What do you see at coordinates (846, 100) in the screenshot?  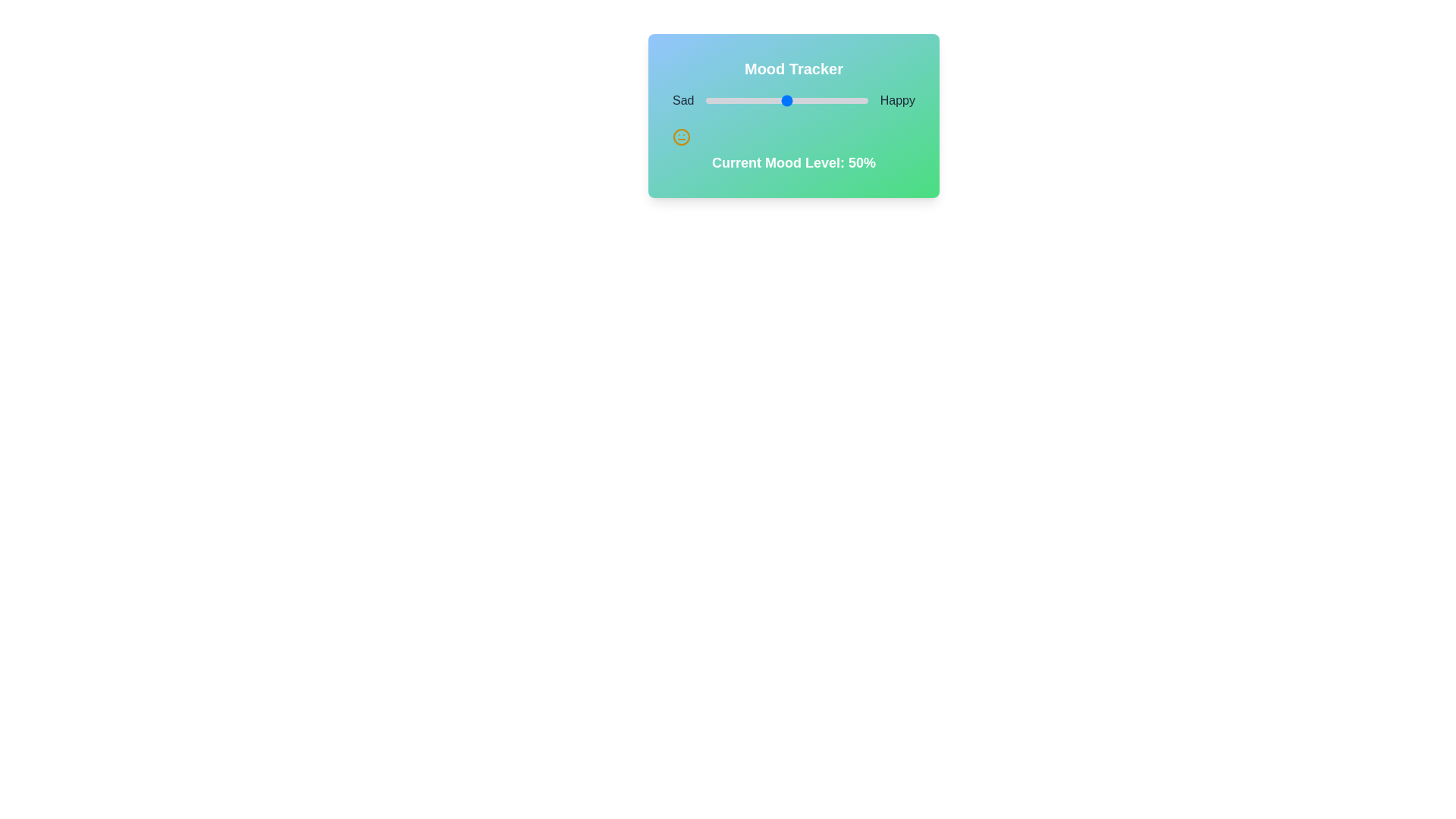 I see `the mood slider to set the mood value to 87` at bounding box center [846, 100].